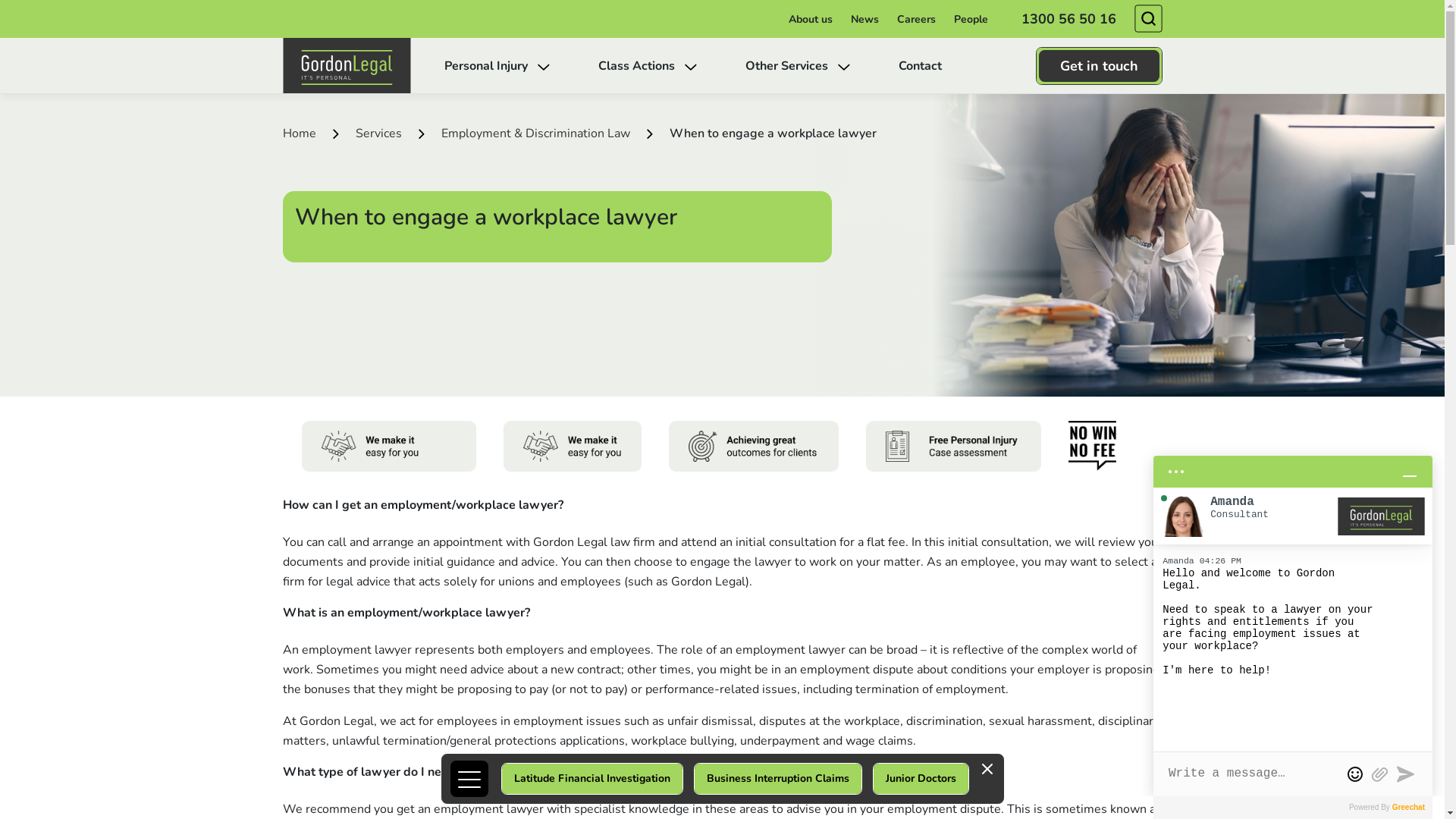 The width and height of the screenshot is (1456, 819). What do you see at coordinates (971, 19) in the screenshot?
I see `'People'` at bounding box center [971, 19].